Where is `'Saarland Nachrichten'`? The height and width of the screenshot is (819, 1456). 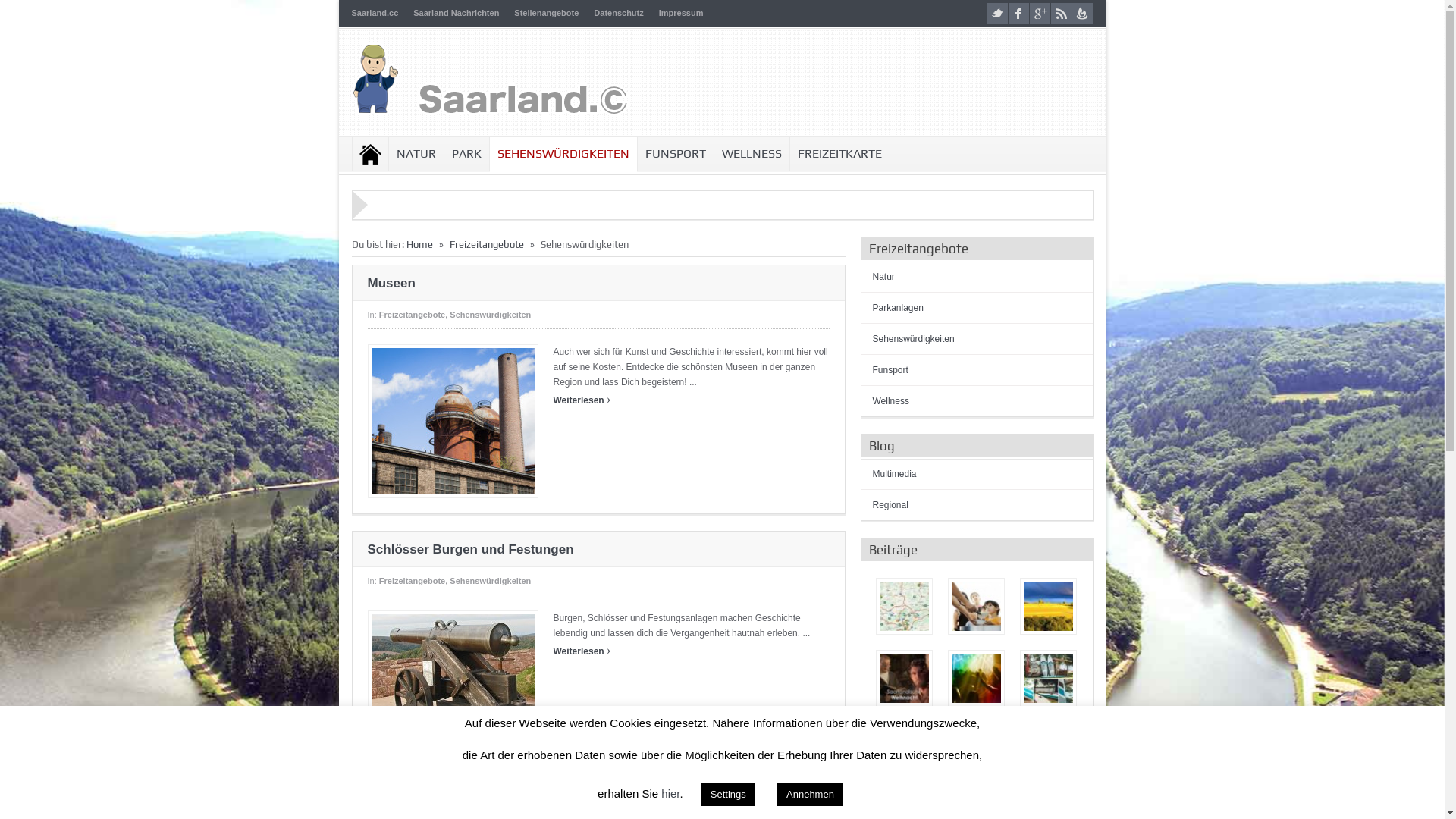
'Saarland Nachrichten' is located at coordinates (455, 12).